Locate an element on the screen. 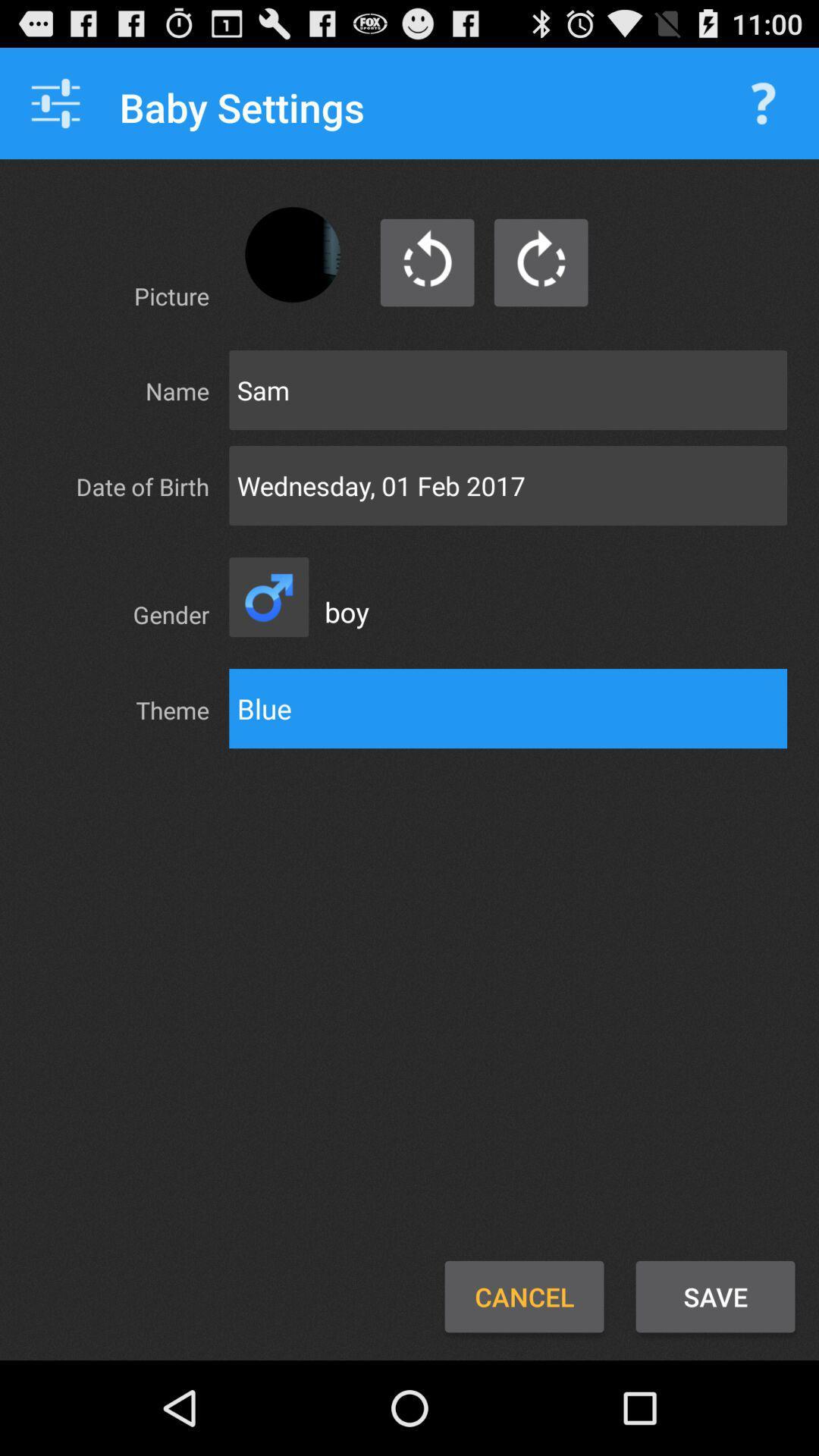 The width and height of the screenshot is (819, 1456). previous is located at coordinates (427, 262).